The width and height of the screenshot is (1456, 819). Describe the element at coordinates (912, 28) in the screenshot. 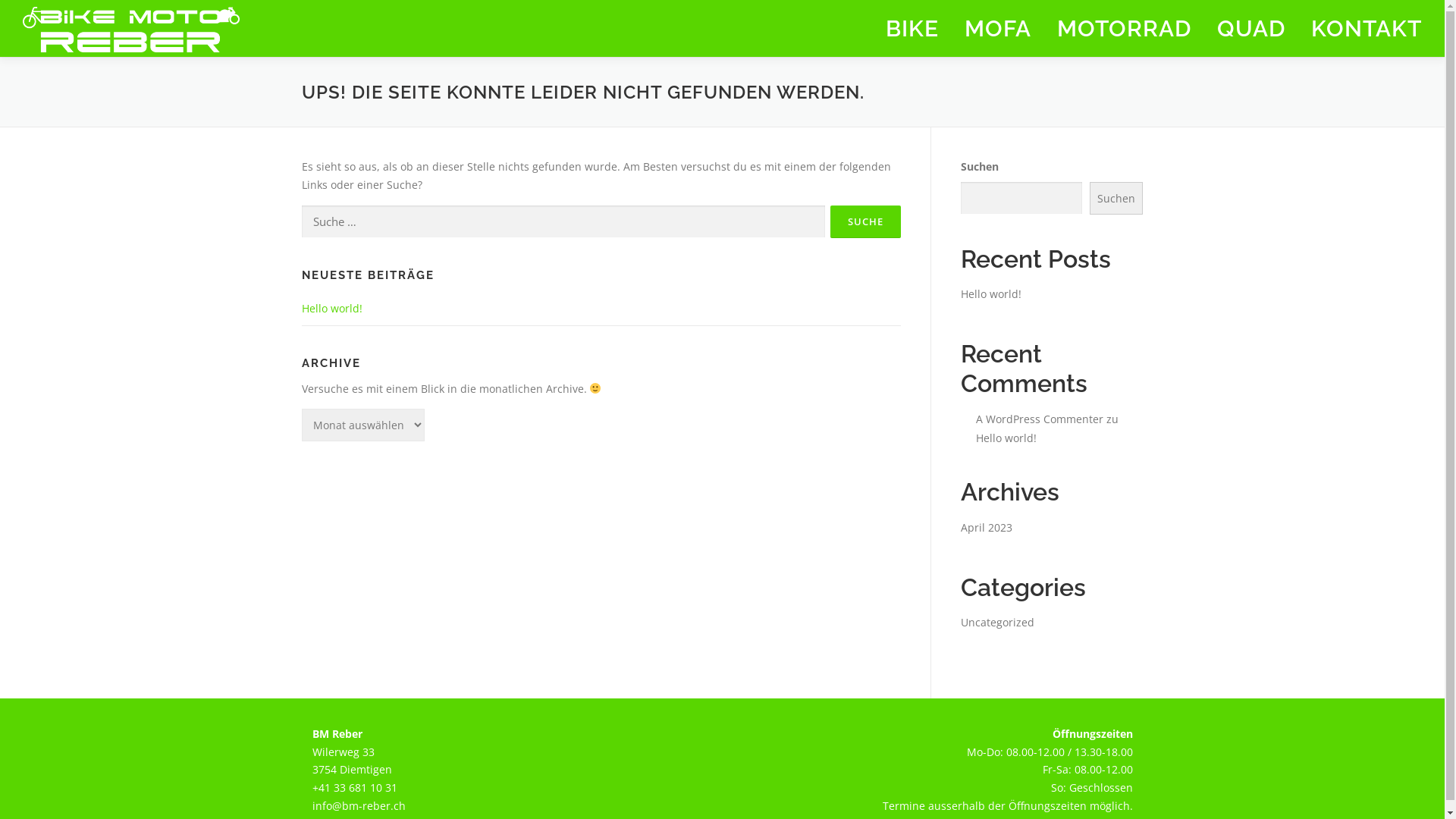

I see `'BIKE'` at that location.